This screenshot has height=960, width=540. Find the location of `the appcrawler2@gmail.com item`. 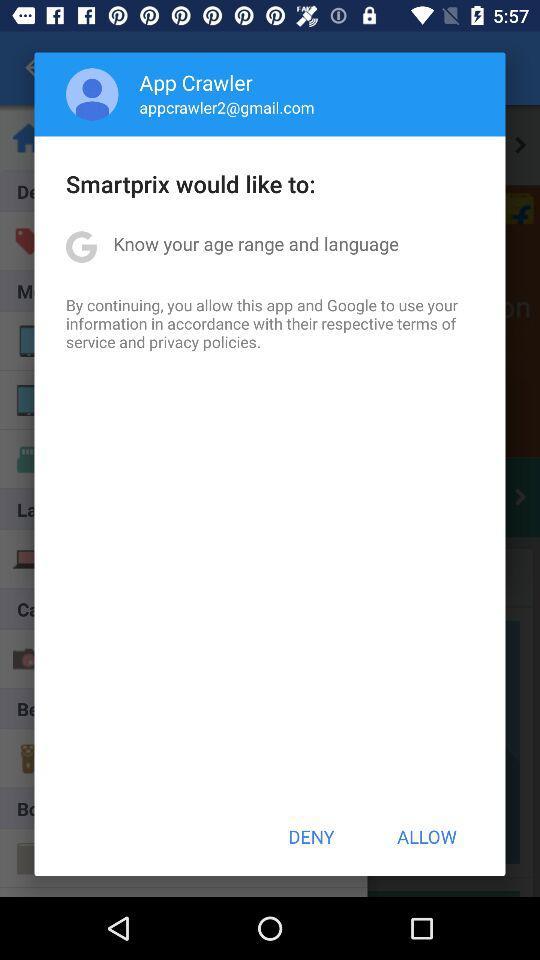

the appcrawler2@gmail.com item is located at coordinates (226, 107).